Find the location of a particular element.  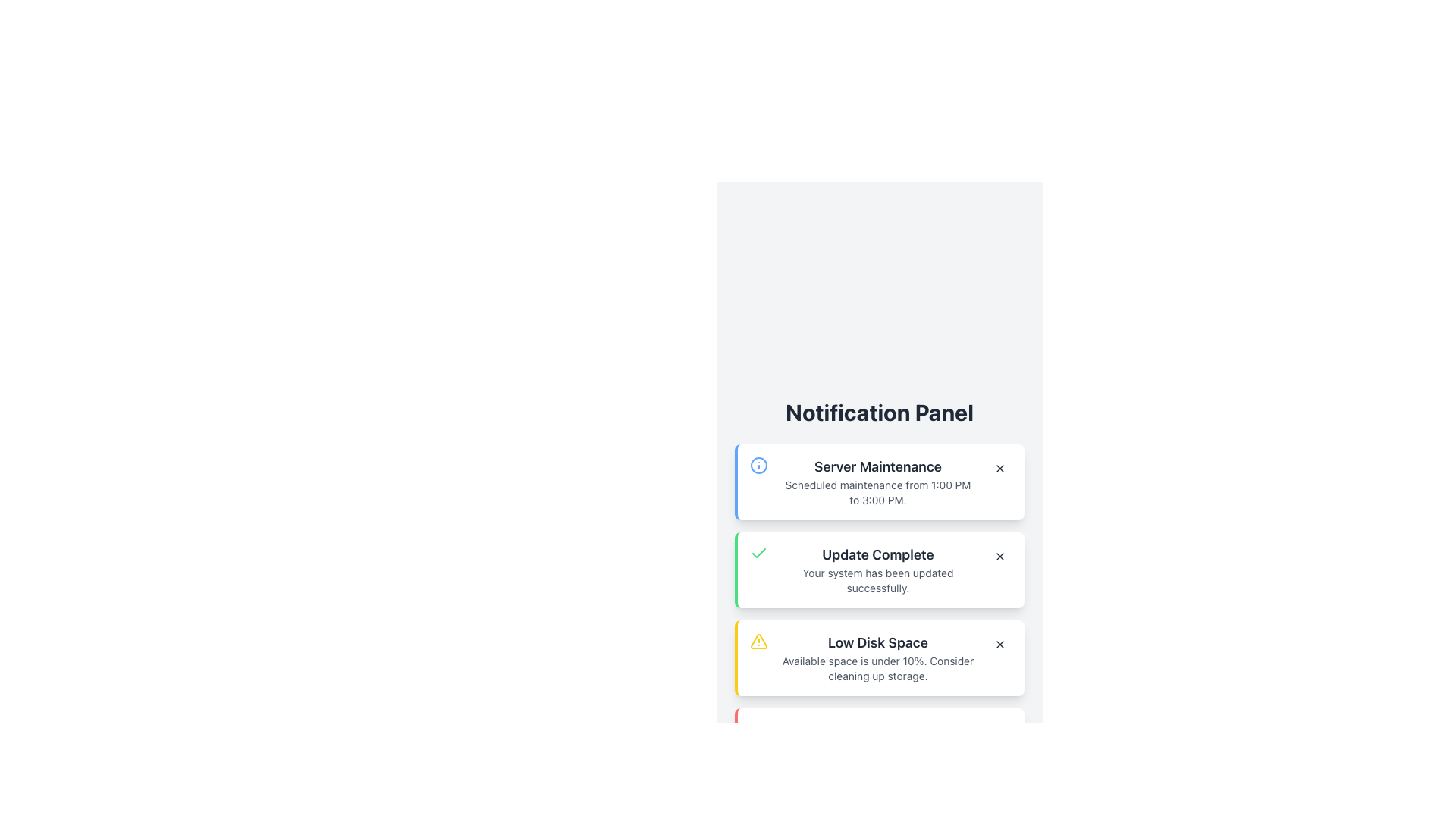

the circular button with an 'X' icon, located to the right of the 'Low Disk Space' notification in the notification panel is located at coordinates (1000, 644).